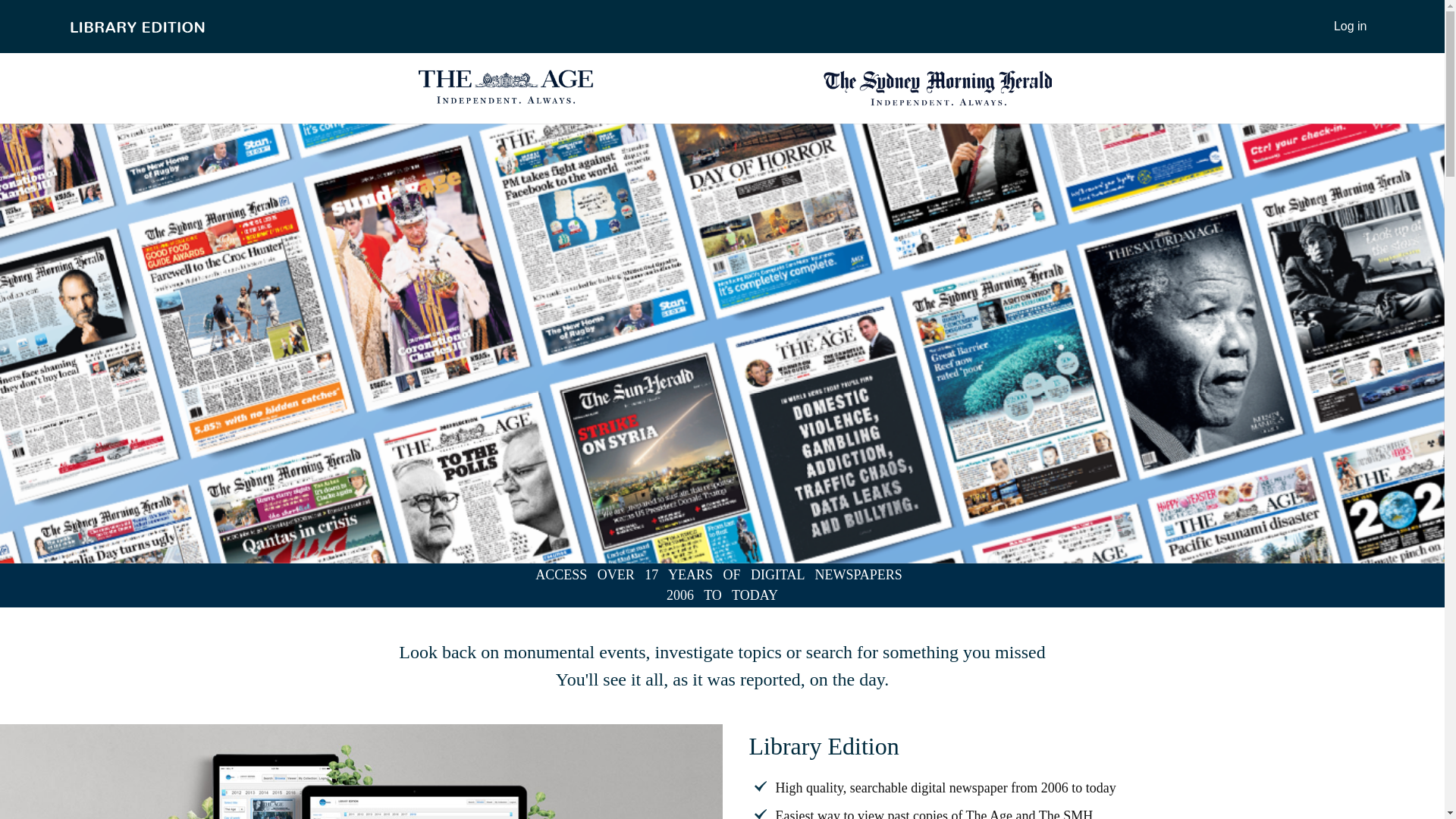 This screenshot has height=819, width=1456. I want to click on 'Log in', so click(1350, 26).